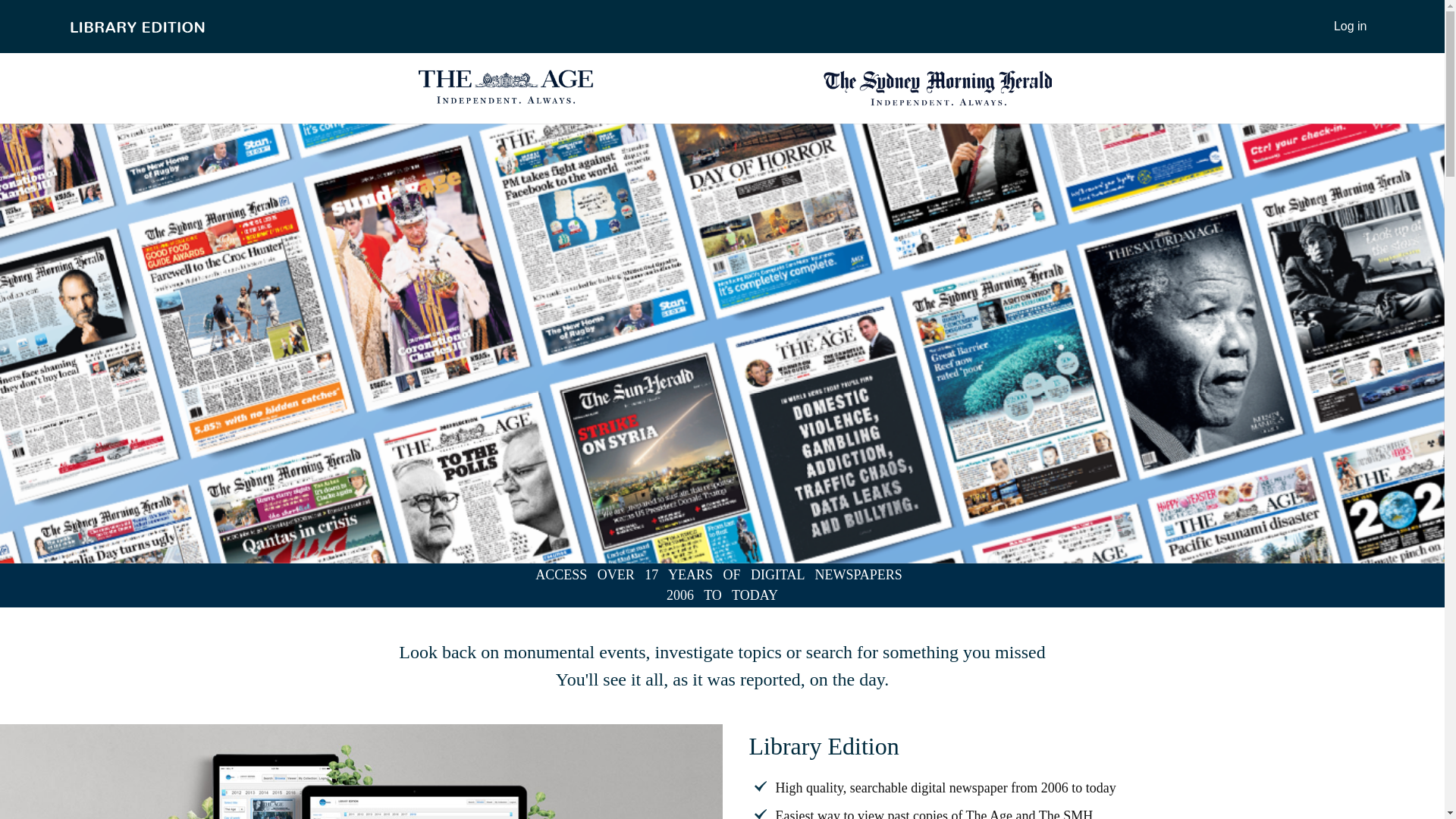 This screenshot has height=819, width=1456. I want to click on 'Log in', so click(1350, 26).